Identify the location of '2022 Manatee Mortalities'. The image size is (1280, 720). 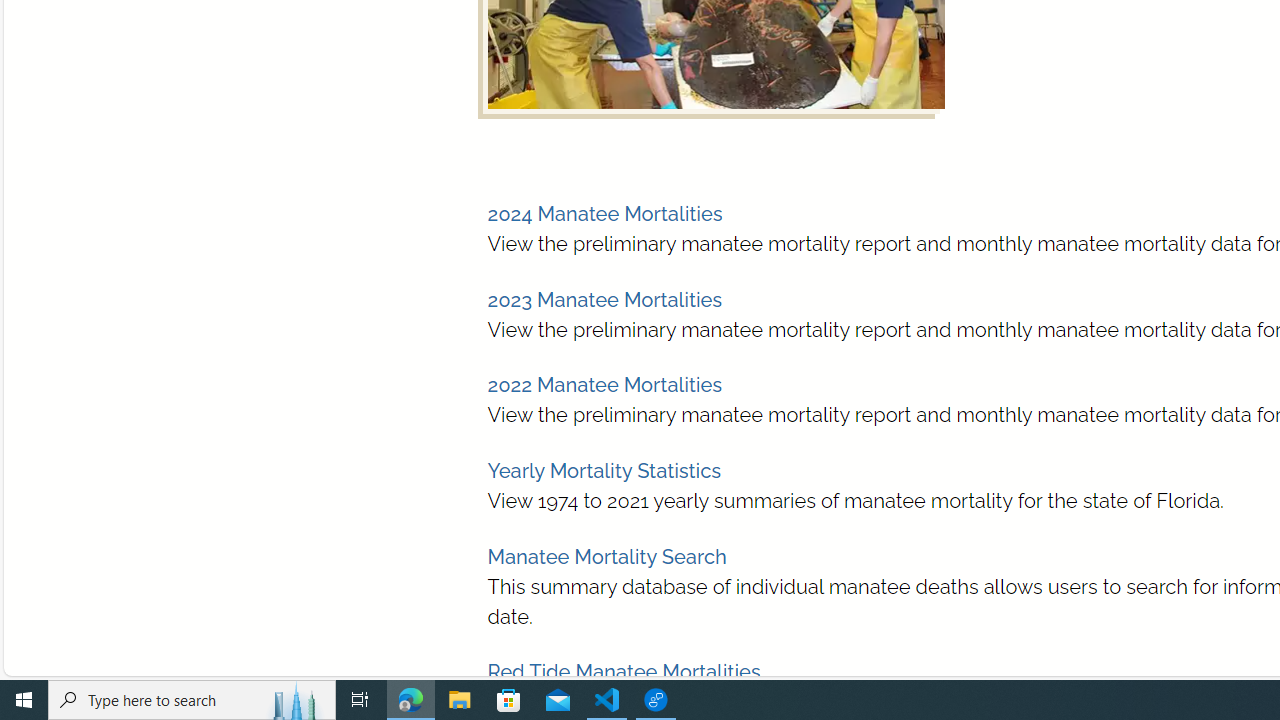
(603, 385).